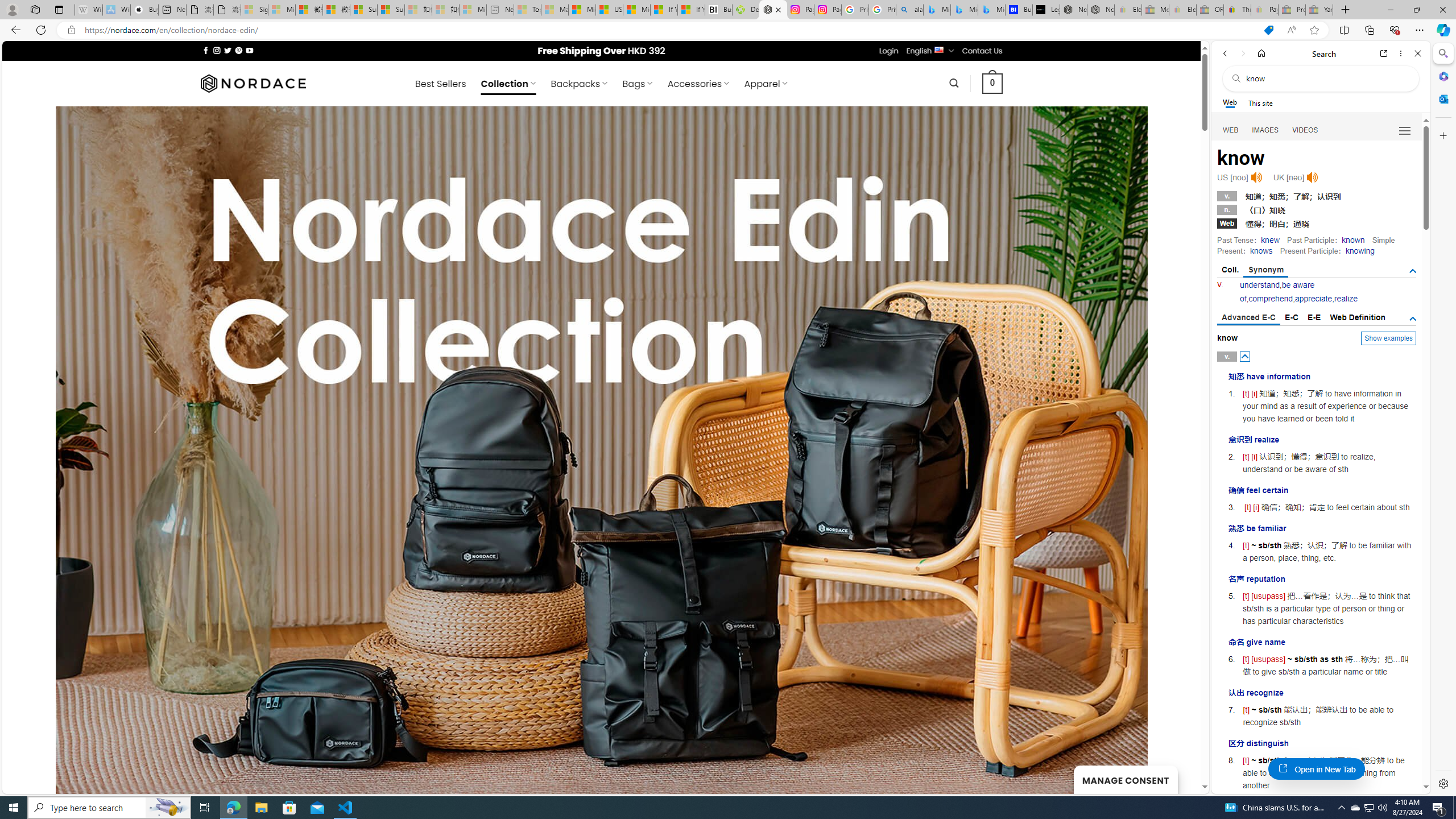 This screenshot has width=1456, height=819. I want to click on '  0  ', so click(992, 82).